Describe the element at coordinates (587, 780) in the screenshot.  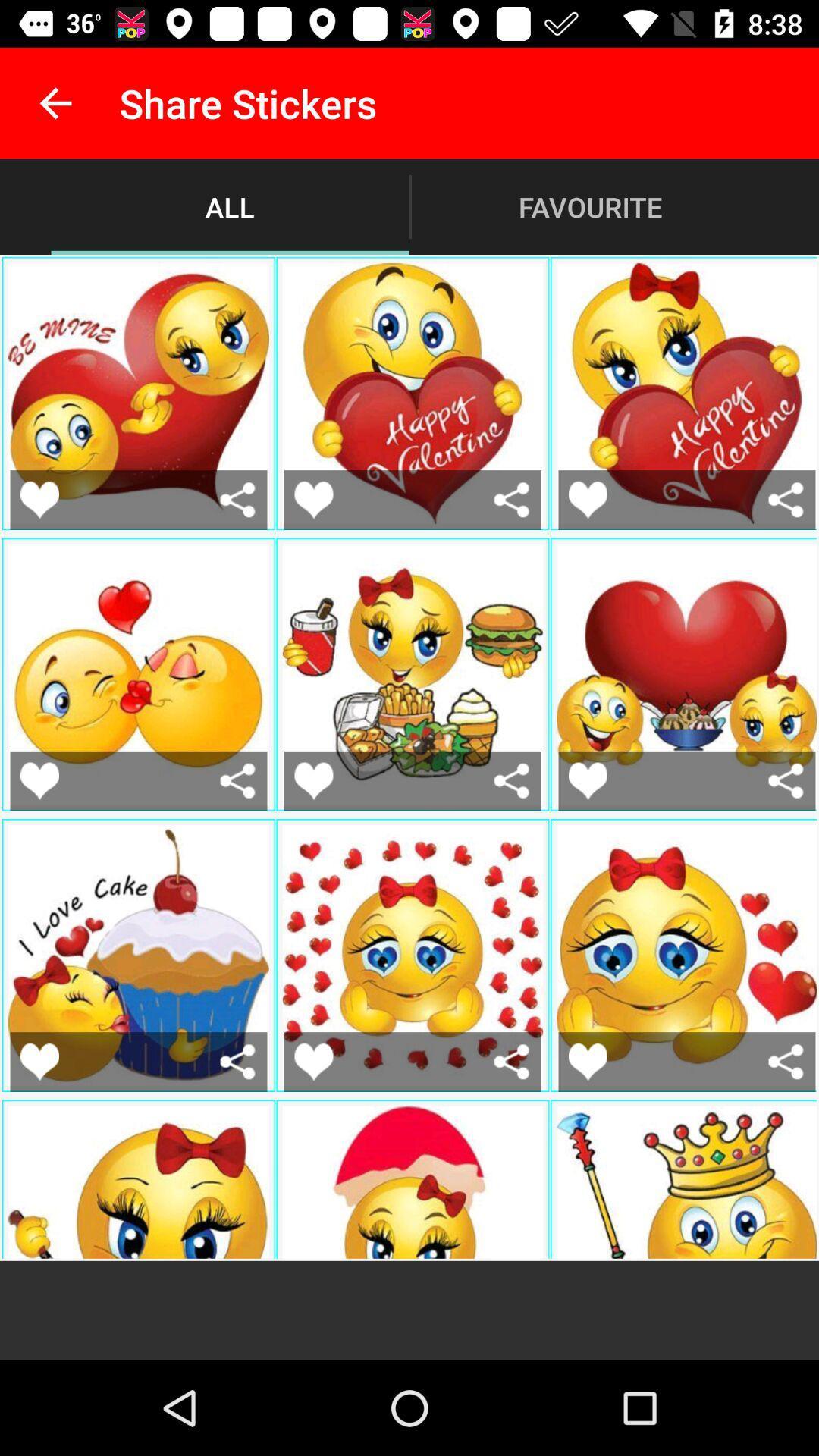
I see `favorite` at that location.